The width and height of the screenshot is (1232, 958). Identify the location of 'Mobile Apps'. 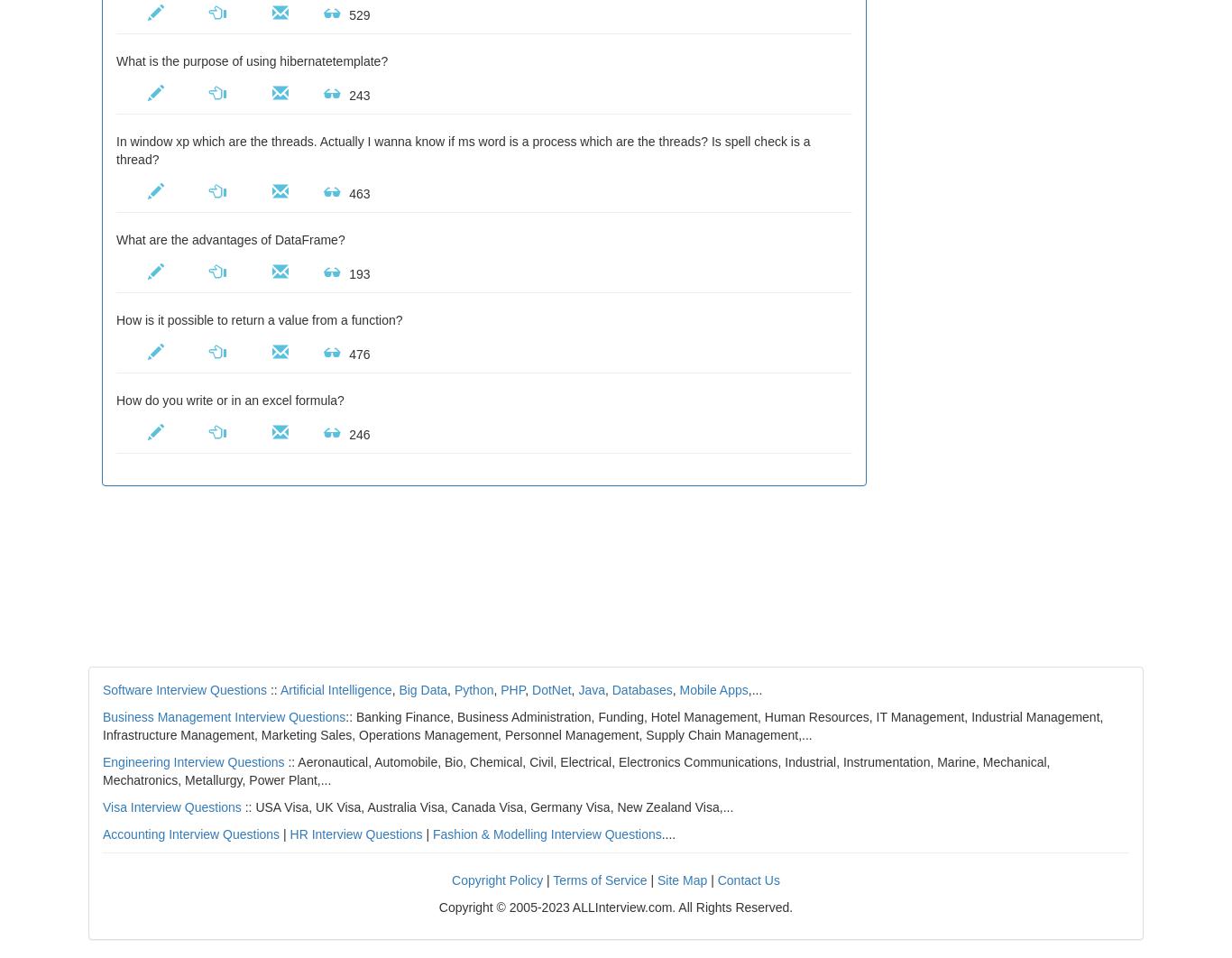
(678, 689).